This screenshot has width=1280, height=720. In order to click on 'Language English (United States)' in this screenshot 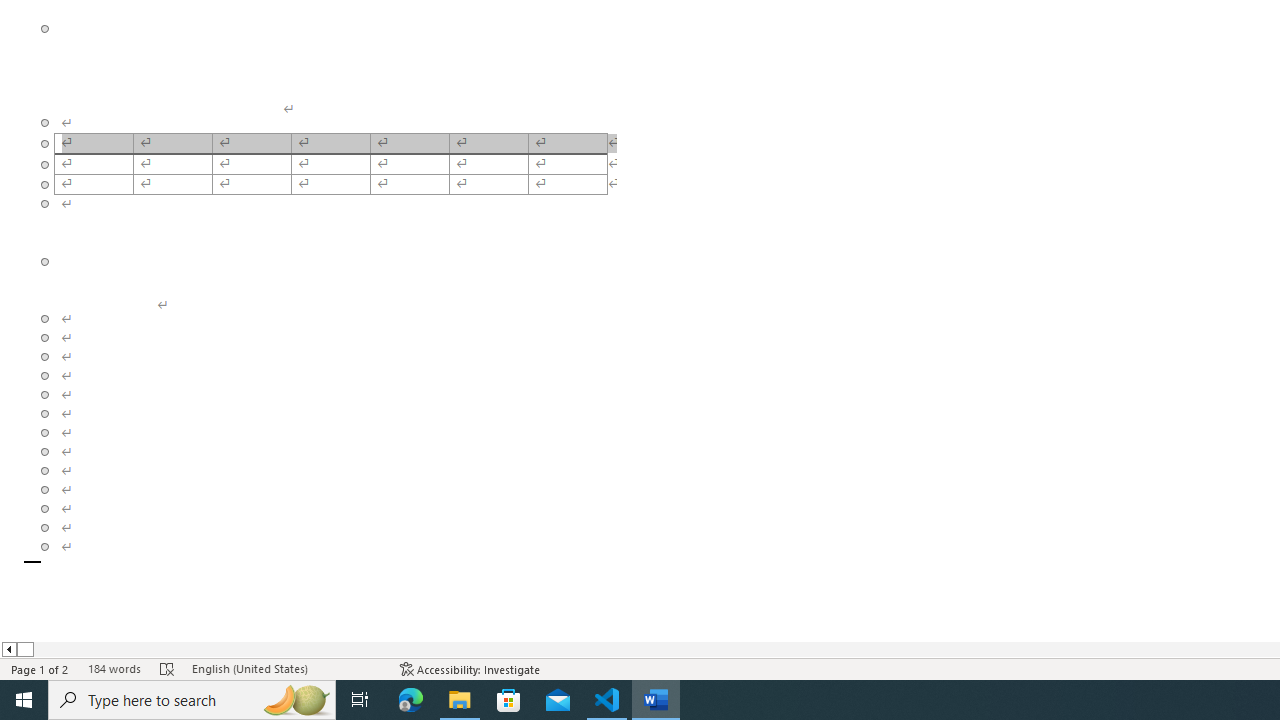, I will do `click(285, 669)`.